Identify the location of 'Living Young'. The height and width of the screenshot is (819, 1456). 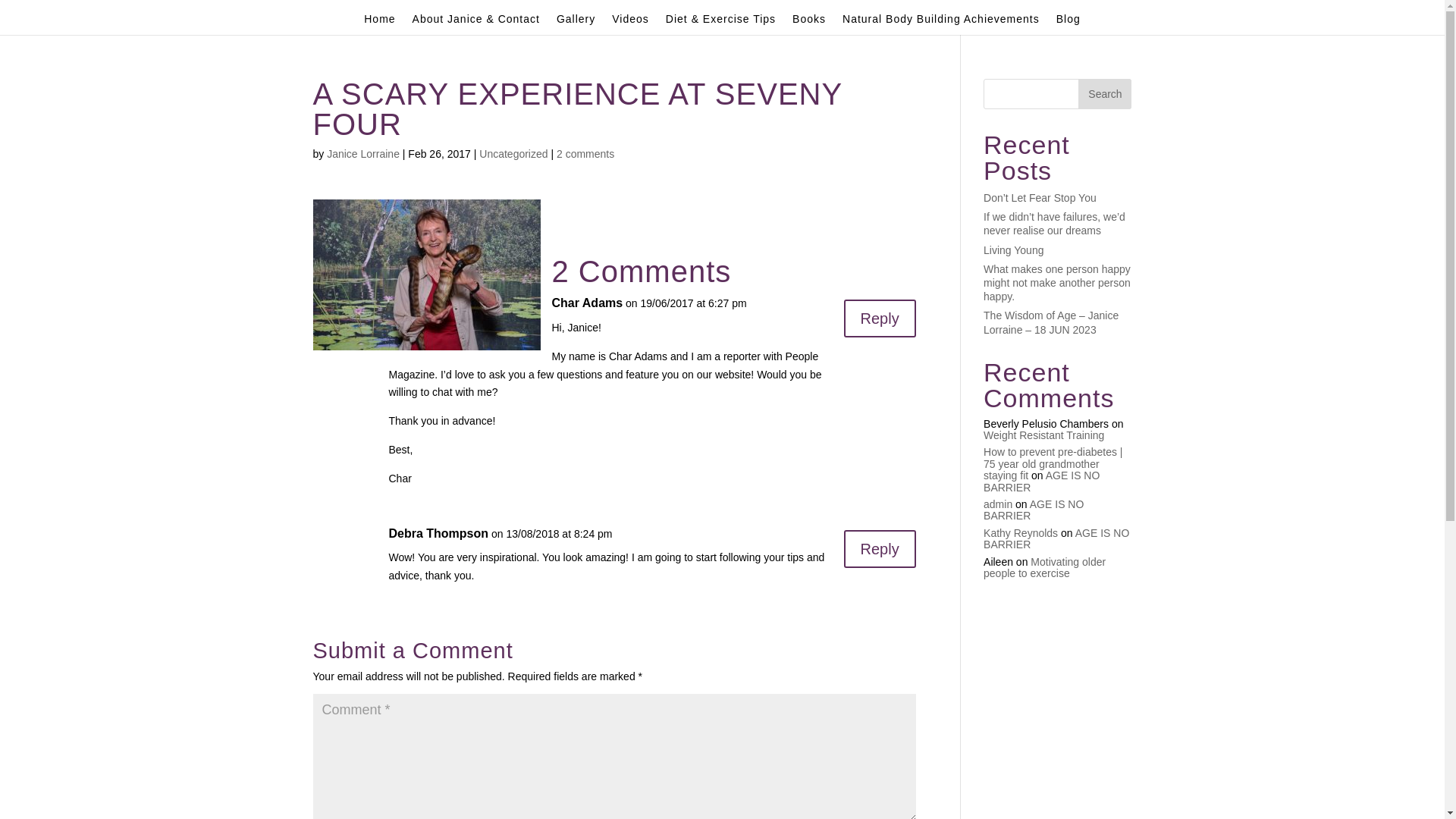
(983, 249).